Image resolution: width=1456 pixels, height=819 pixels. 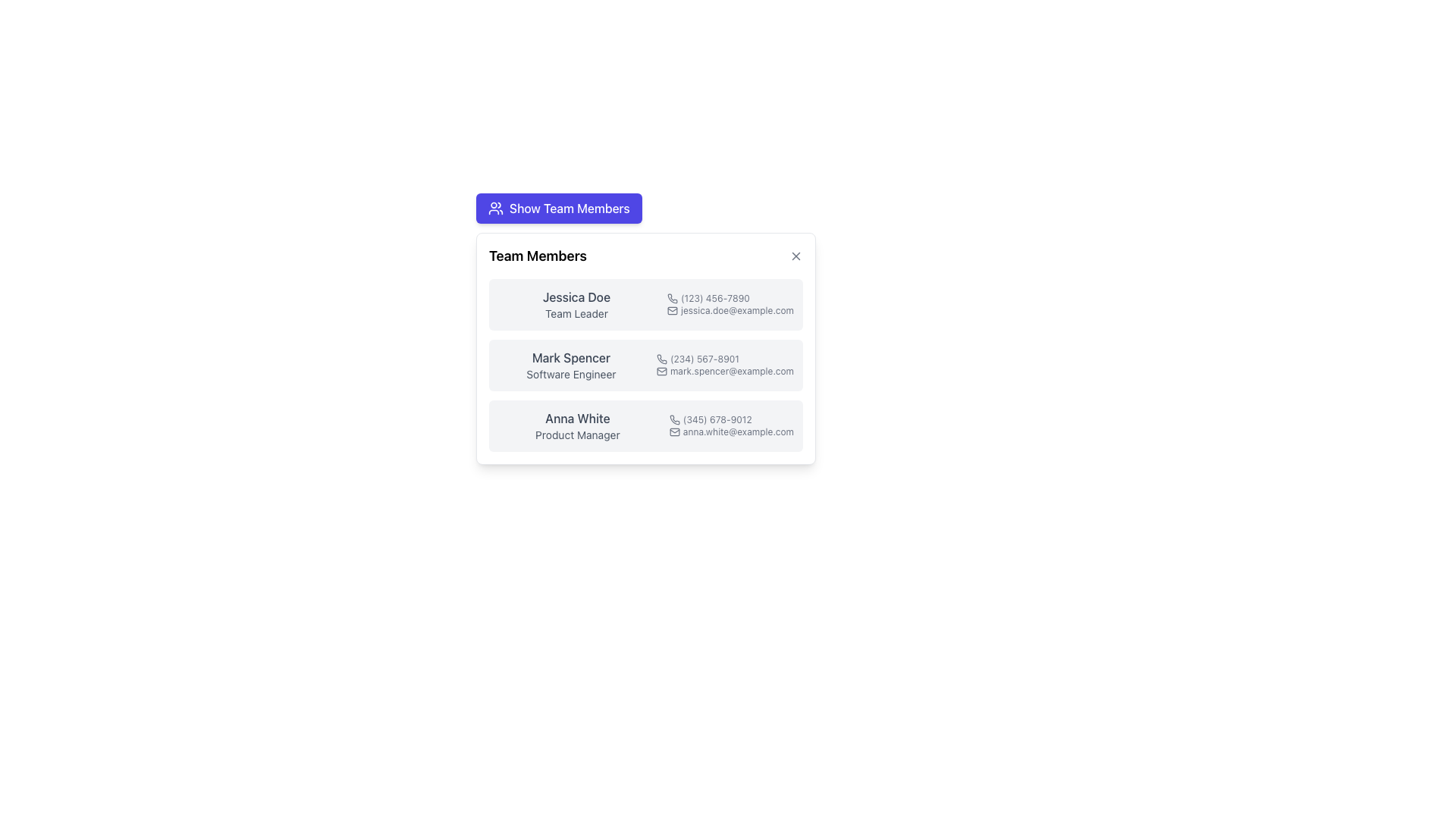 I want to click on the email address 'anna.white@example.com' displayed in small gray font, located in the third section of the 'Team Members' list, below 'Anna White' and her phone number, so click(x=731, y=432).